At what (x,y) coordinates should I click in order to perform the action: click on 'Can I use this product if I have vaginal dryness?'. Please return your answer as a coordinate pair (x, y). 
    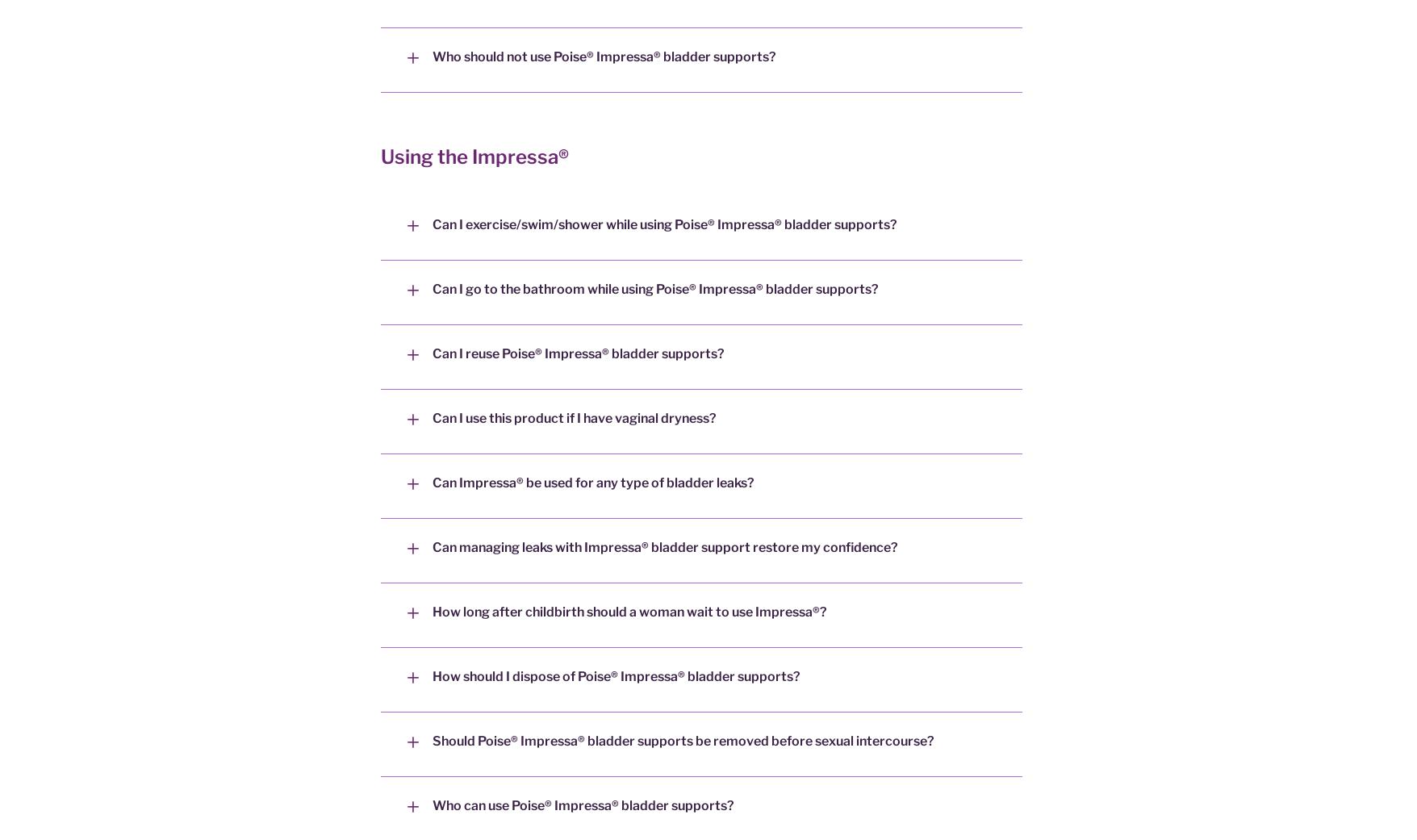
    Looking at the image, I should click on (575, 417).